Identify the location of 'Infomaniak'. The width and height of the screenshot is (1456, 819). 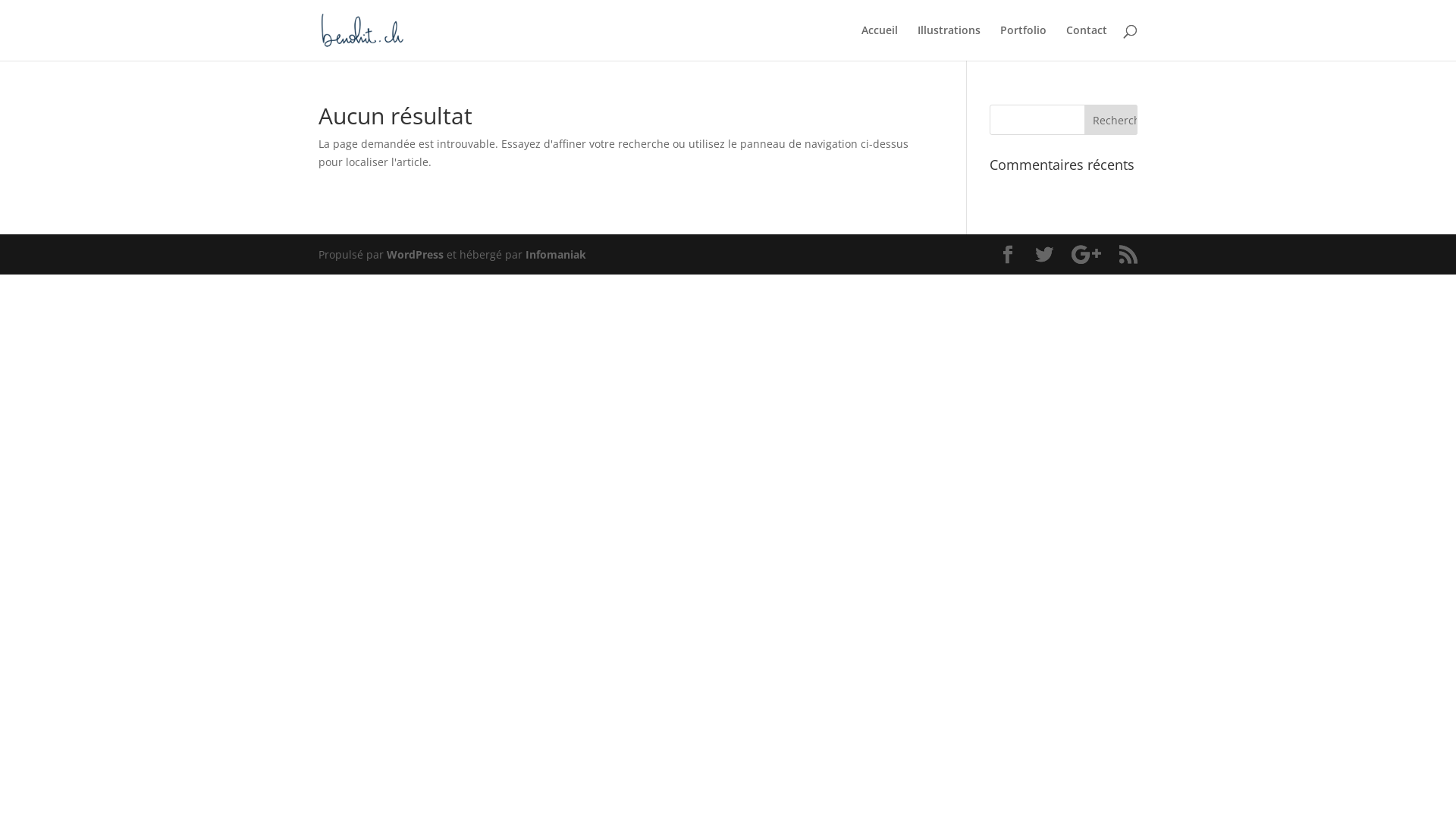
(555, 253).